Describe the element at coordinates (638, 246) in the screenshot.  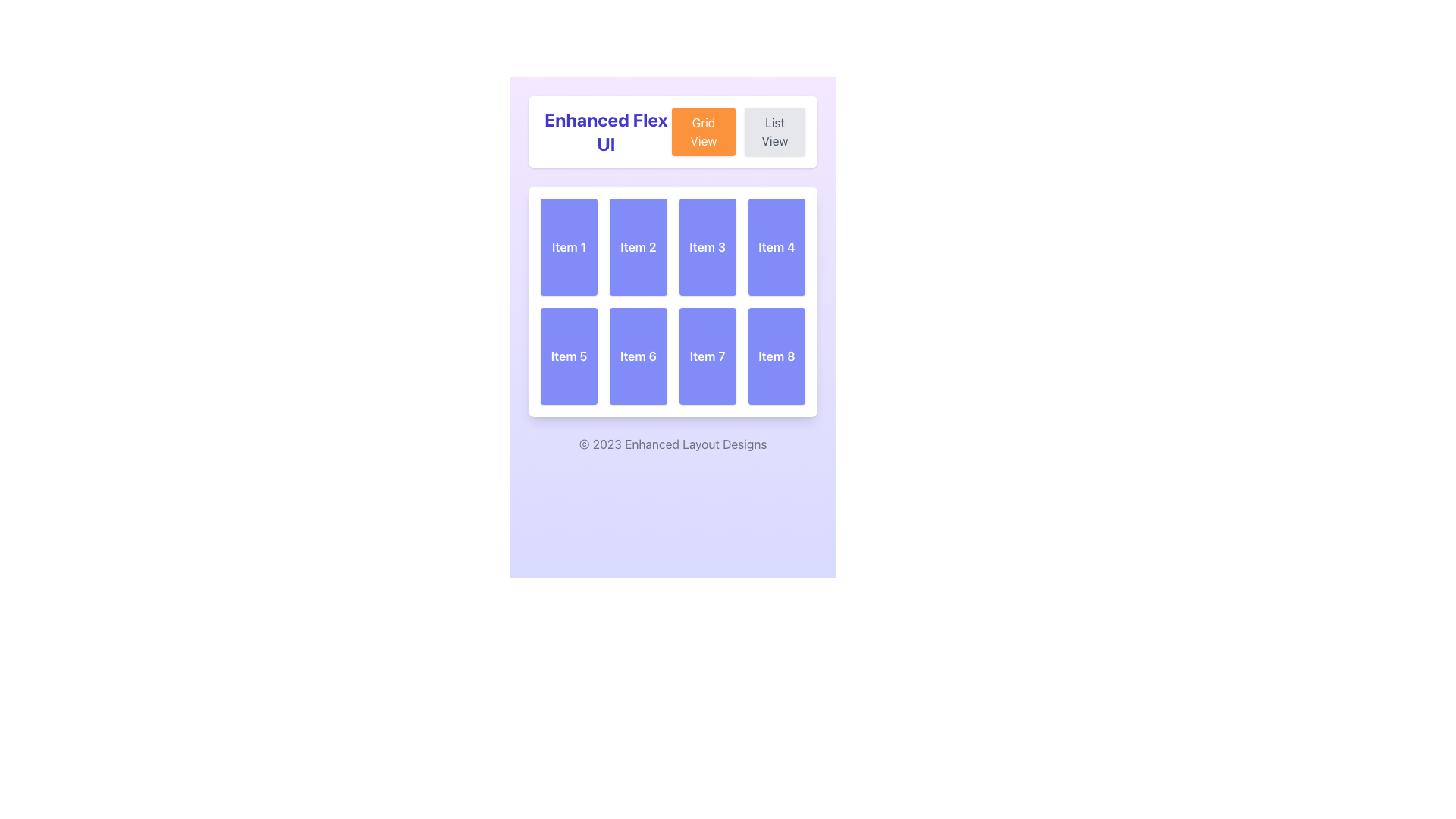
I see `the rectangular button with a purple background and white bold text that reads 'Item 2', located in the second column and first row of the grid` at that location.